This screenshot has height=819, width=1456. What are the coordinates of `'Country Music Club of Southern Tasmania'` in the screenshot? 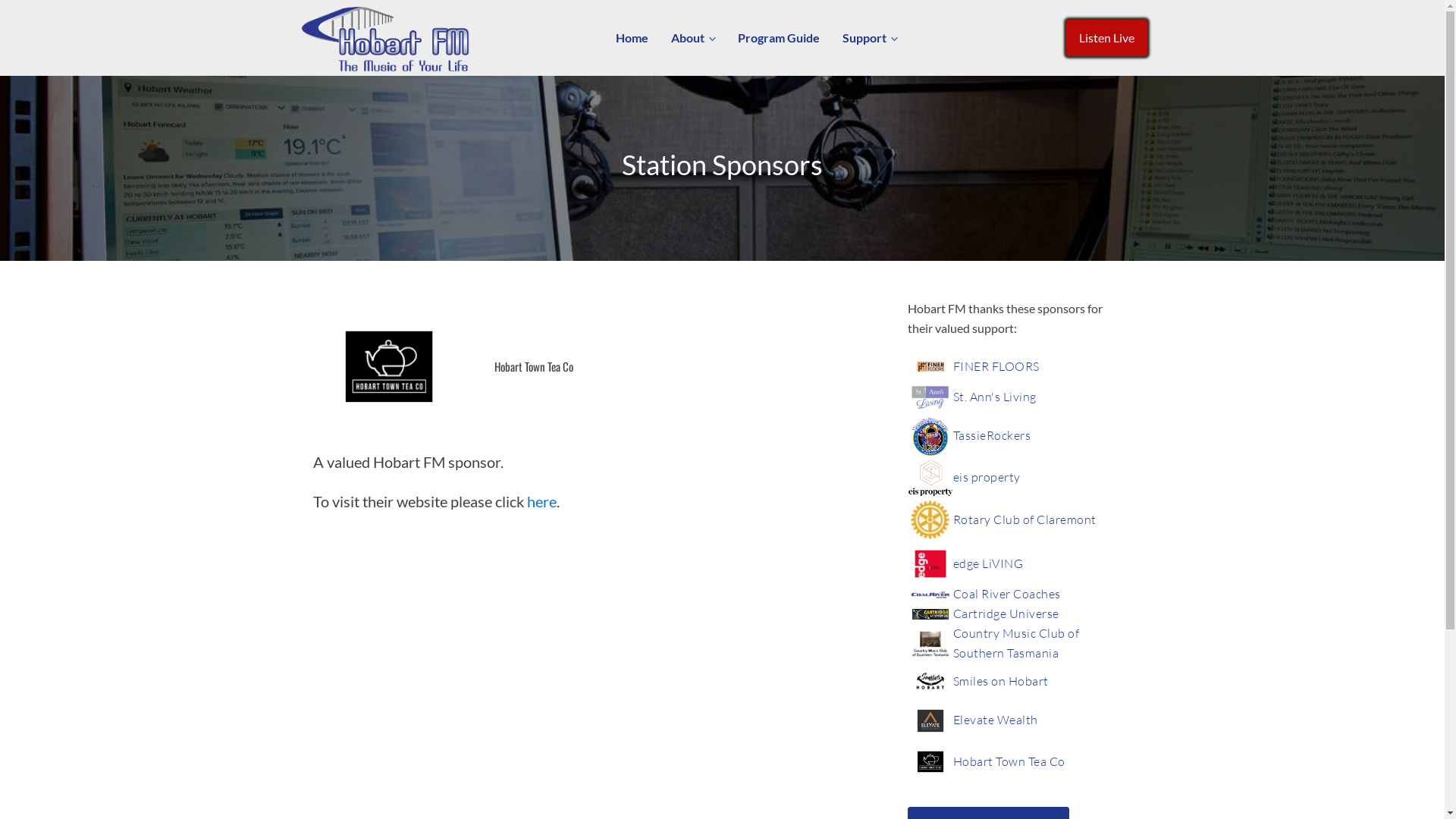 It's located at (1031, 643).